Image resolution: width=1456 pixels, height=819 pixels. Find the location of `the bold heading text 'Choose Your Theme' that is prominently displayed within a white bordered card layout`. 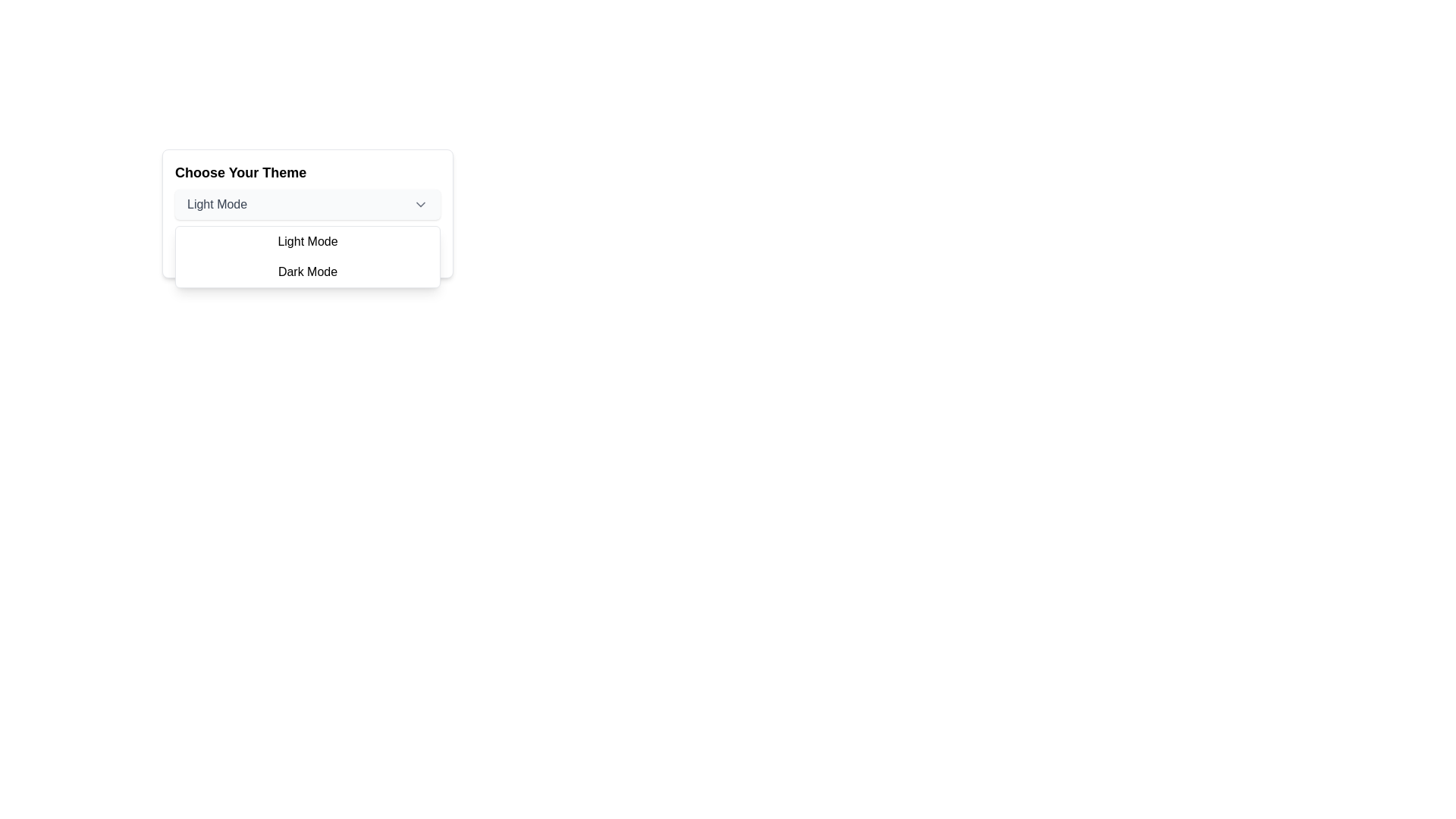

the bold heading text 'Choose Your Theme' that is prominently displayed within a white bordered card layout is located at coordinates (240, 171).